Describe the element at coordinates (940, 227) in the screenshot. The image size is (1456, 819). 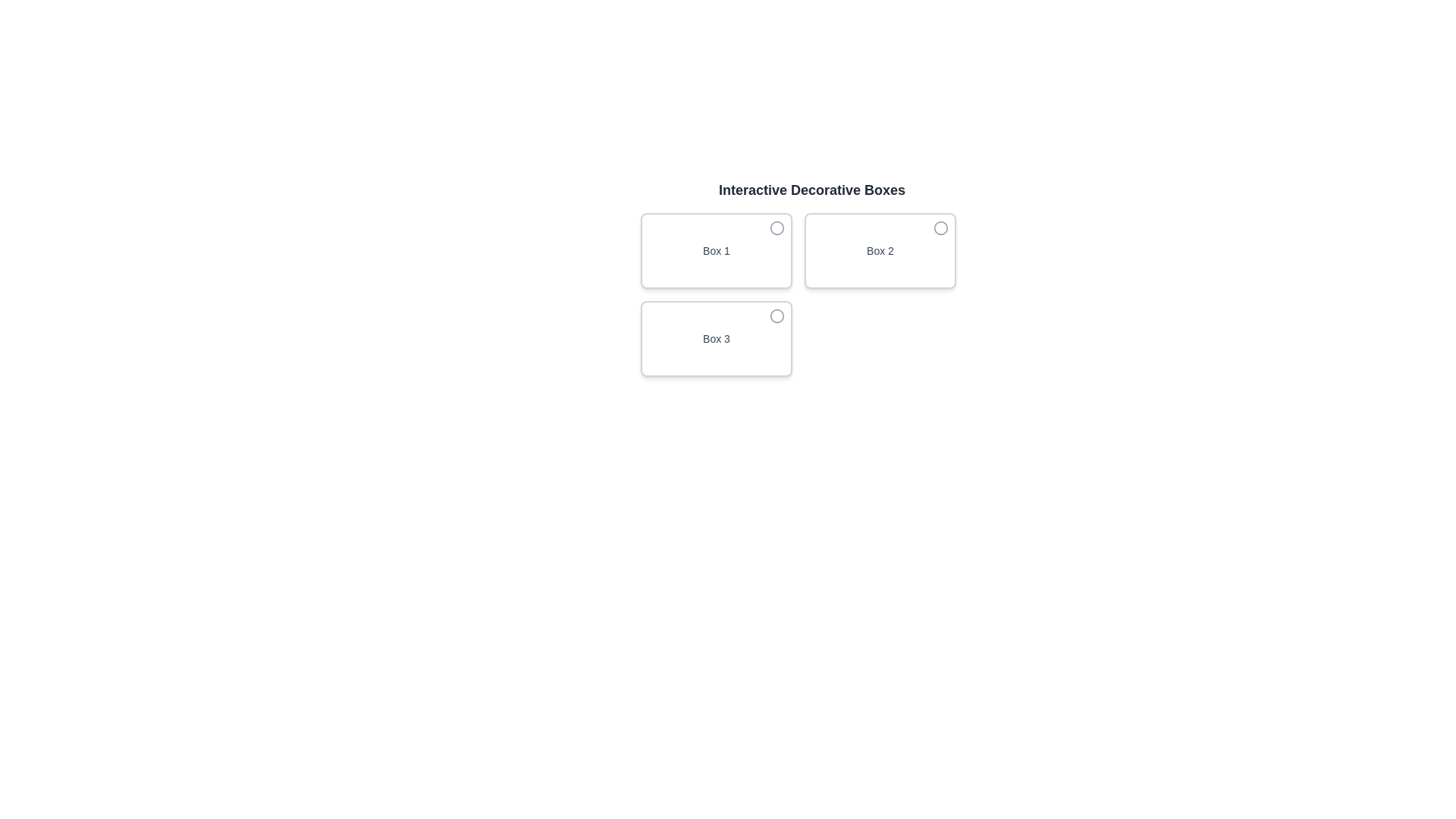
I see `the circular icon rendered as an SVG graphic located at the top-right corner of 'Box 2'` at that location.